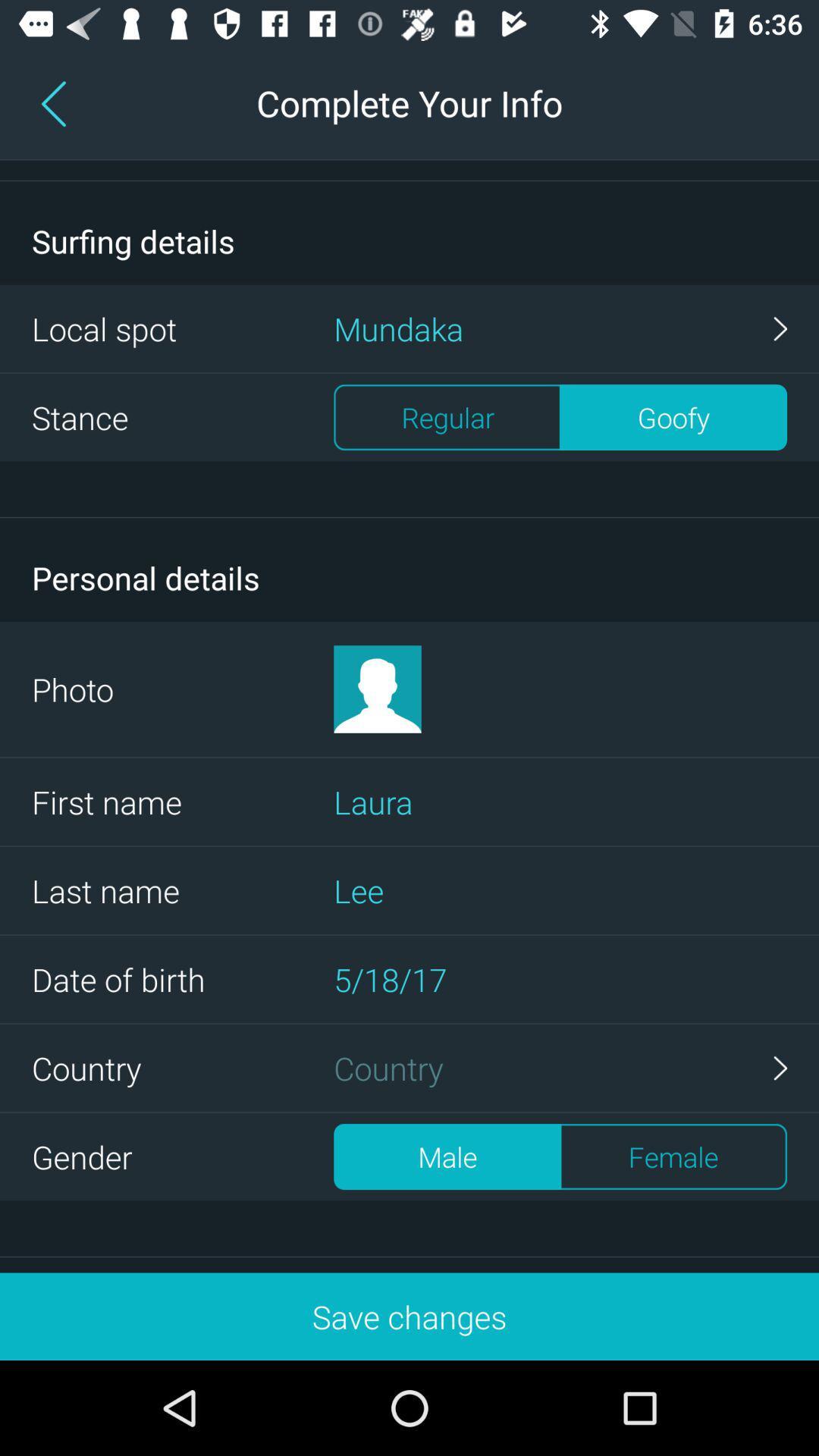  What do you see at coordinates (56, 102) in the screenshot?
I see `go back` at bounding box center [56, 102].